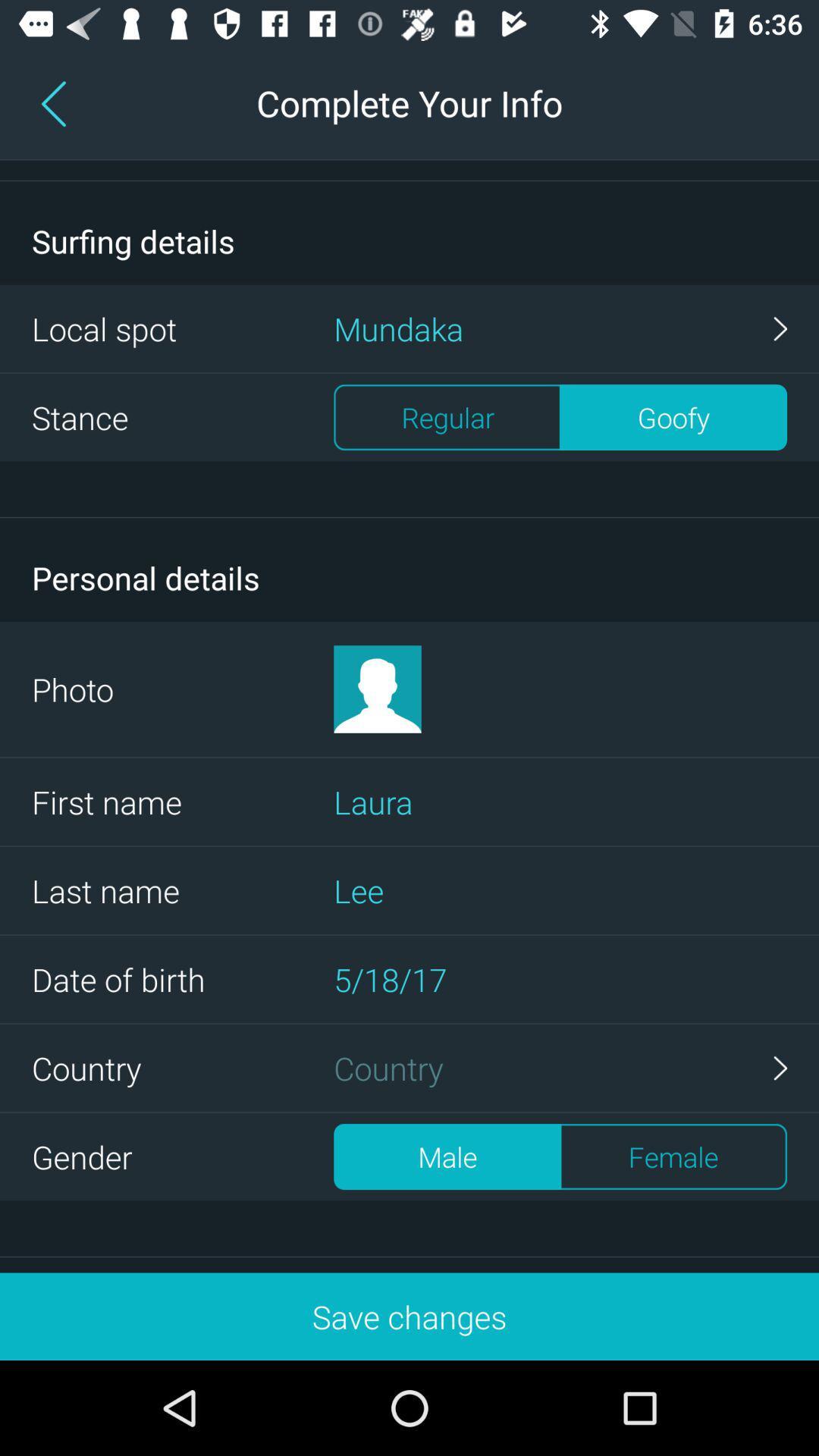  What do you see at coordinates (56, 102) in the screenshot?
I see `go back` at bounding box center [56, 102].